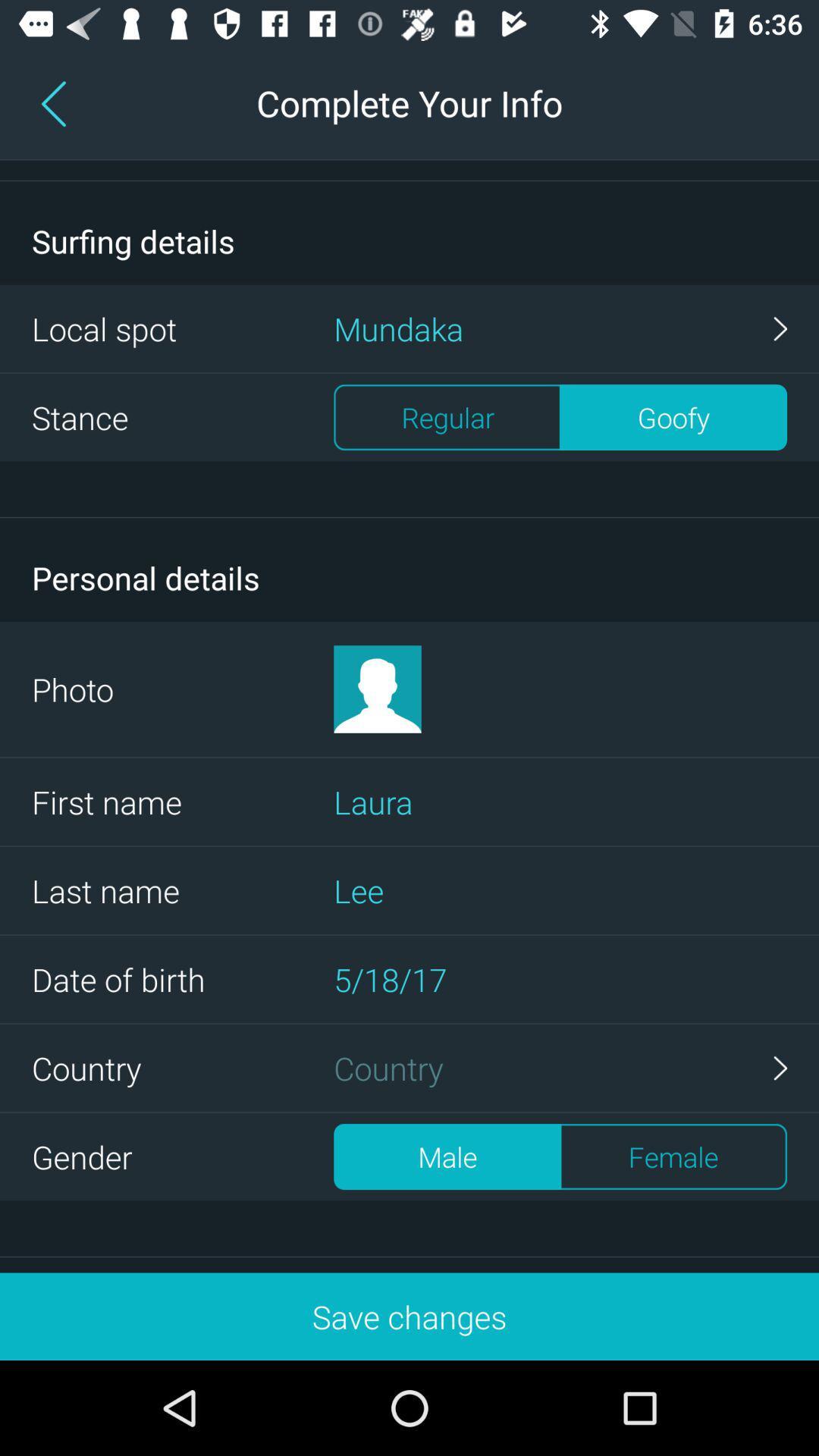  What do you see at coordinates (56, 102) in the screenshot?
I see `go back` at bounding box center [56, 102].